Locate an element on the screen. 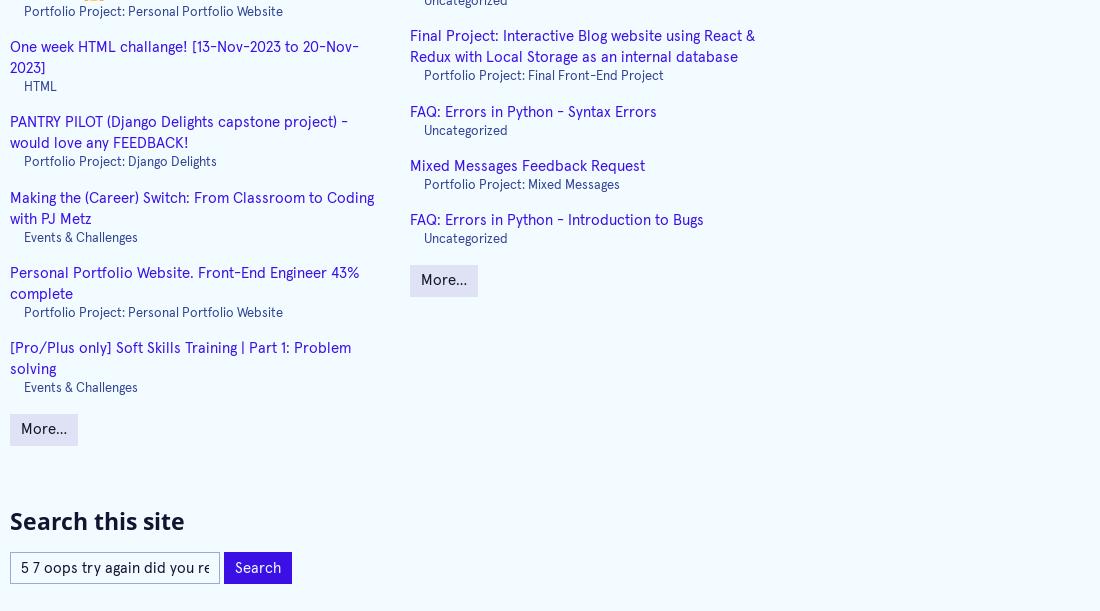  'Portfolio Project: Django Delights' is located at coordinates (120, 162).